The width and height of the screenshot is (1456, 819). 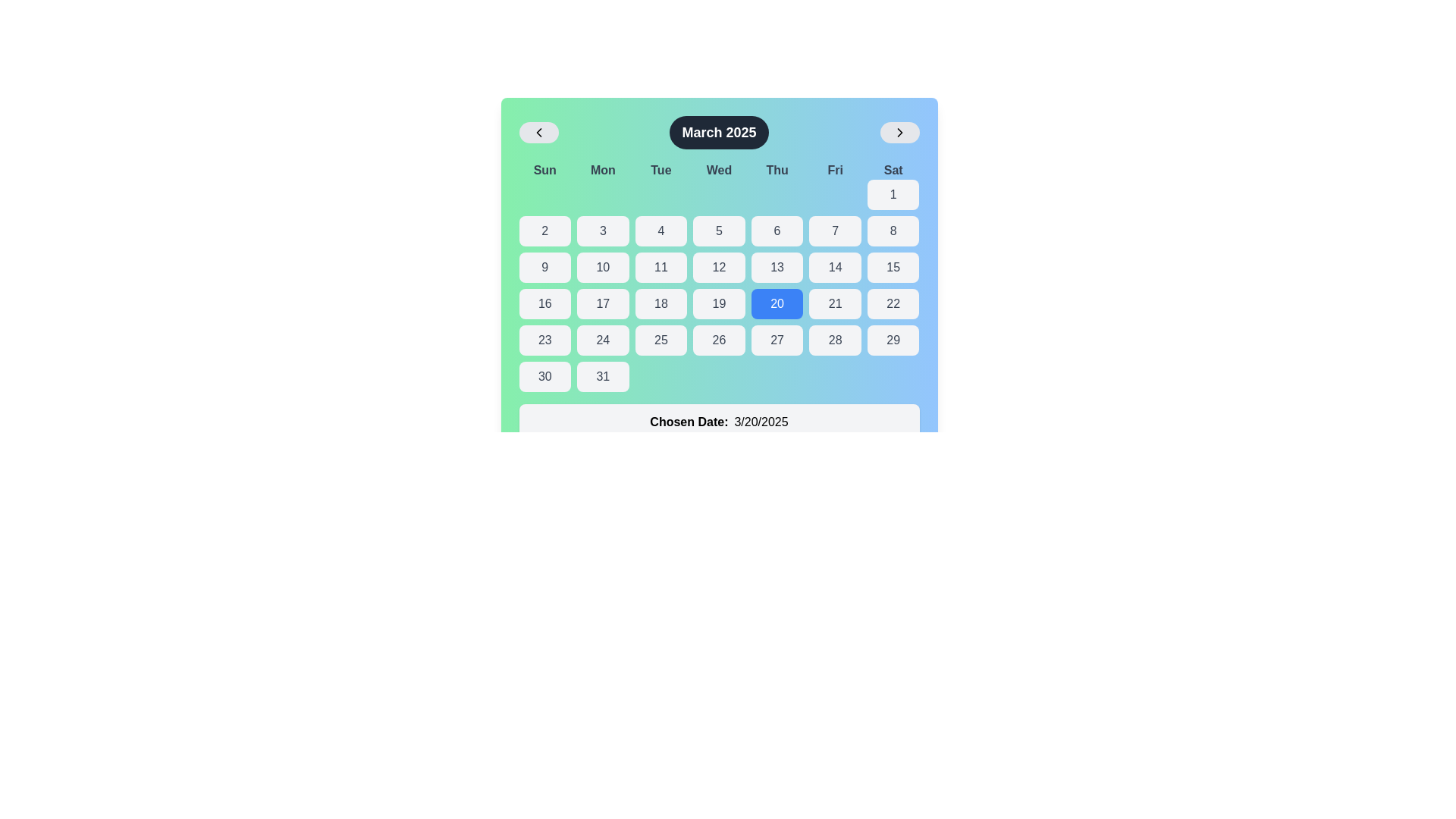 I want to click on the button representing the 31st day in the calendar interface, positioned at the bottom-right corner of the 7x6 grid layout, so click(x=602, y=376).